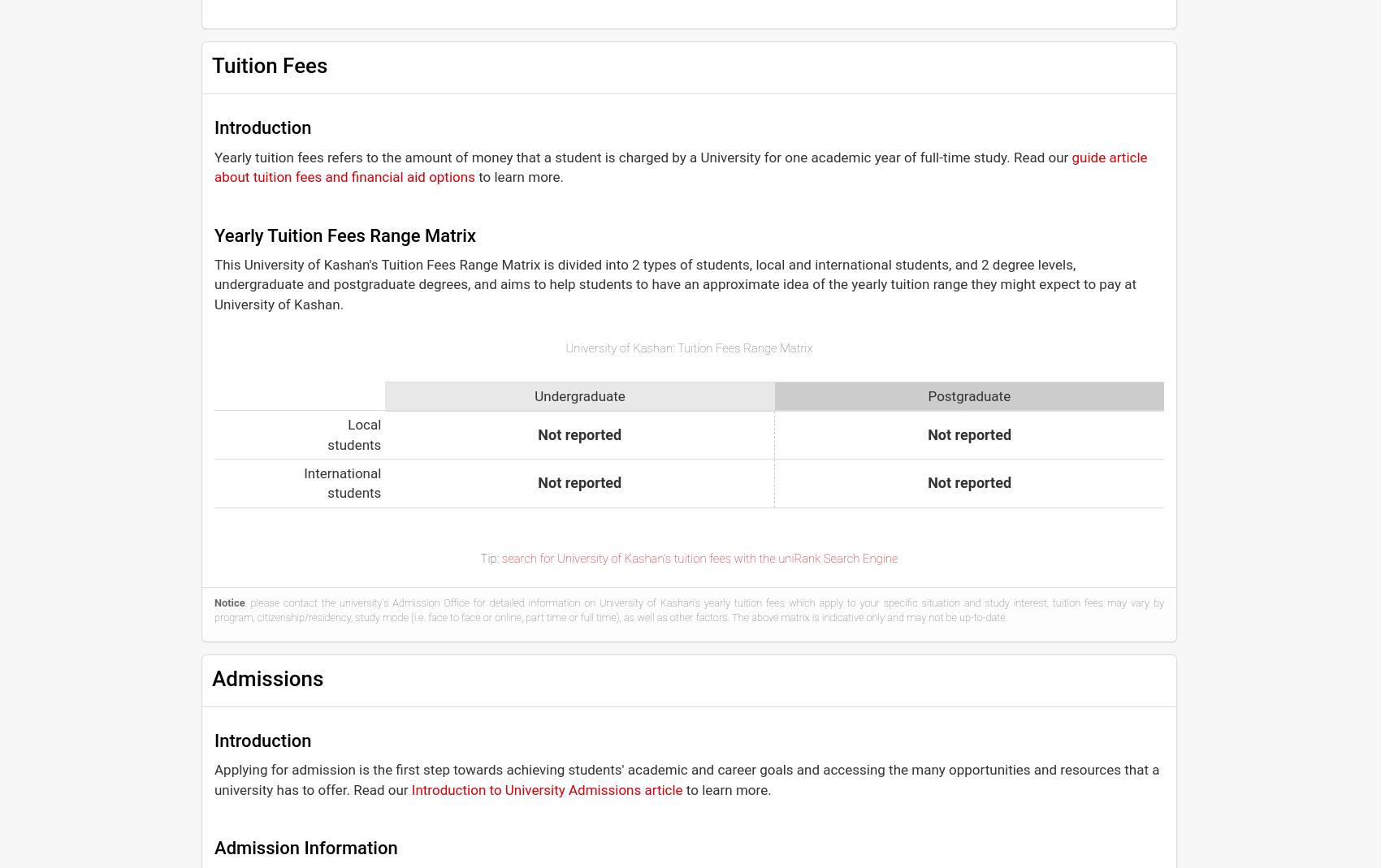  Describe the element at coordinates (214, 156) in the screenshot. I see `'Yearly tuition fees refers to the amount of money that a student is charged by a University for one academic year of full-time study. Read our'` at that location.